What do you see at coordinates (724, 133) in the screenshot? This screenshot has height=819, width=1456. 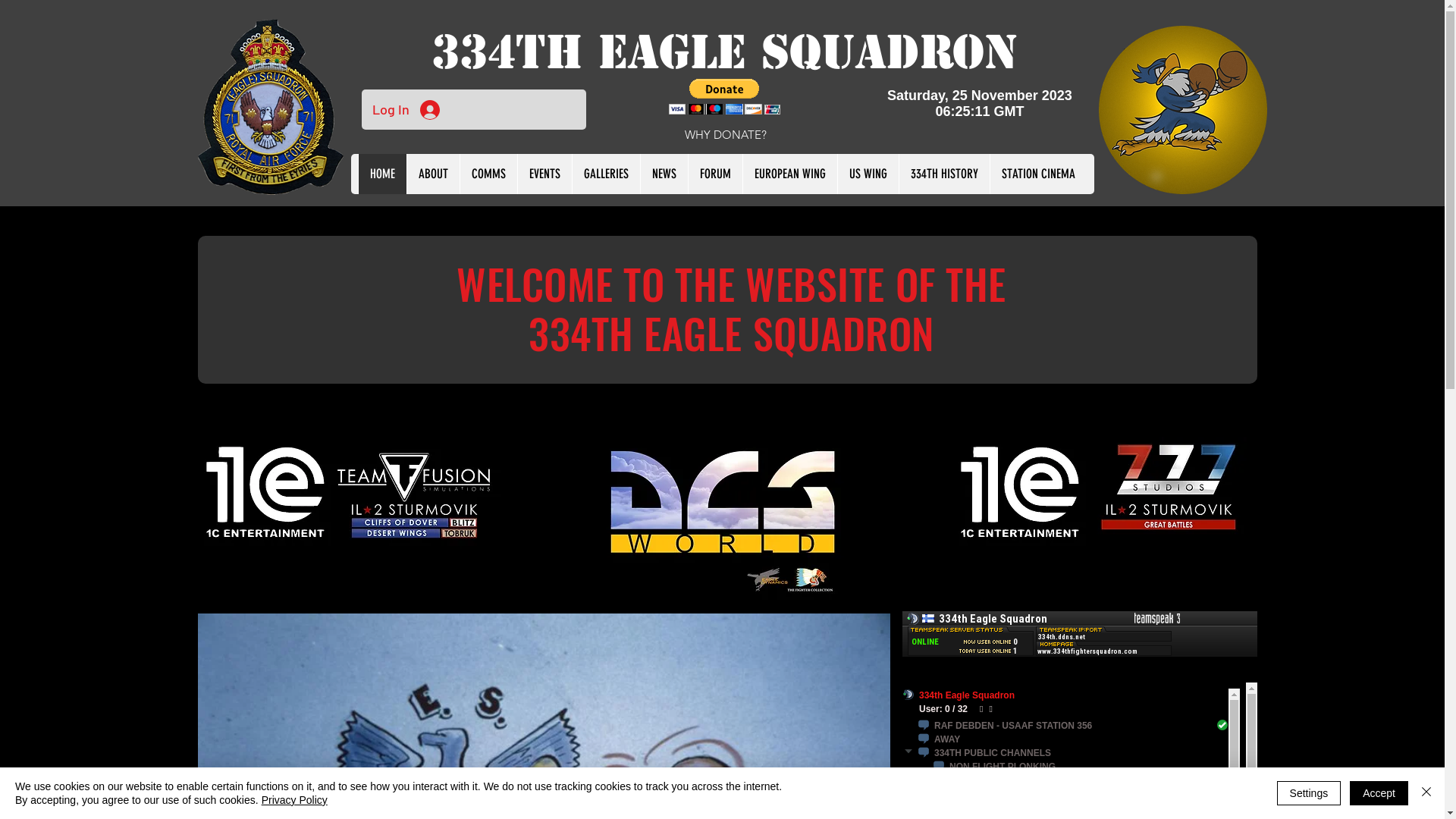 I see `'WHY DONATE?'` at bounding box center [724, 133].